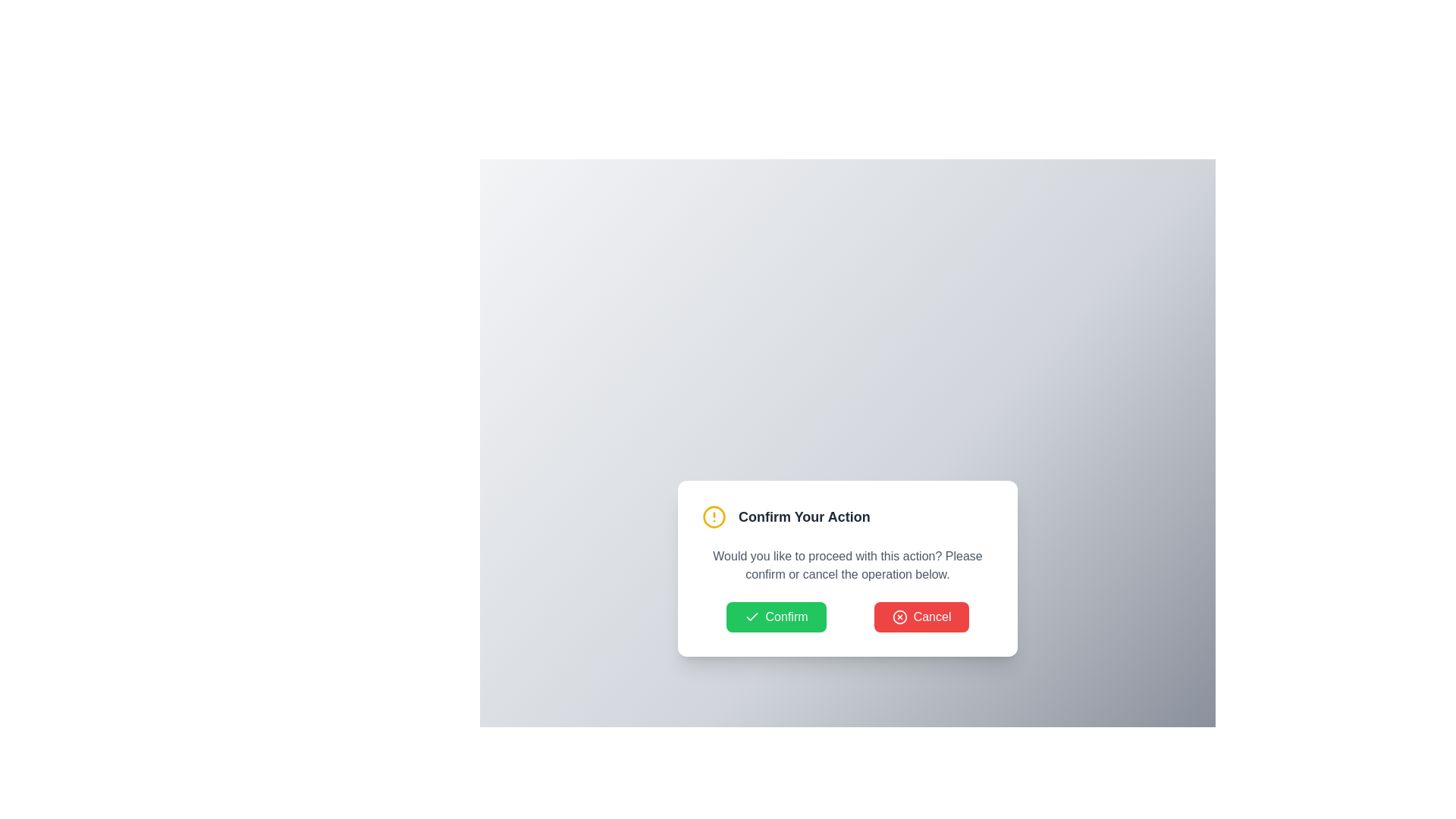  I want to click on the checkmark icon within the green 'Confirm' button in the lower section of the modal window, so click(752, 617).